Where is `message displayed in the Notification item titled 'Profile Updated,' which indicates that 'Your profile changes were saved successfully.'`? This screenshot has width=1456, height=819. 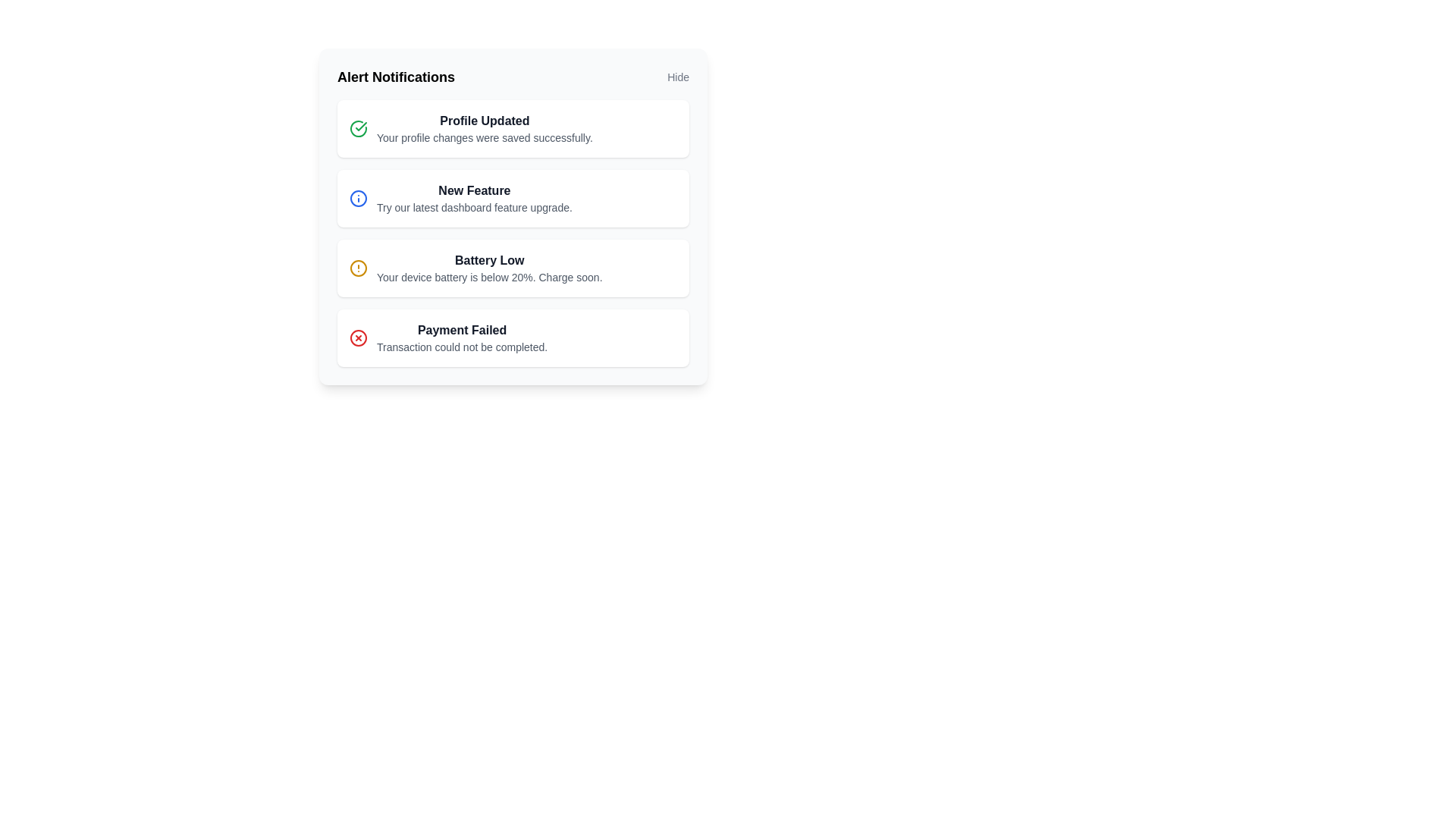 message displayed in the Notification item titled 'Profile Updated,' which indicates that 'Your profile changes were saved successfully.' is located at coordinates (484, 127).